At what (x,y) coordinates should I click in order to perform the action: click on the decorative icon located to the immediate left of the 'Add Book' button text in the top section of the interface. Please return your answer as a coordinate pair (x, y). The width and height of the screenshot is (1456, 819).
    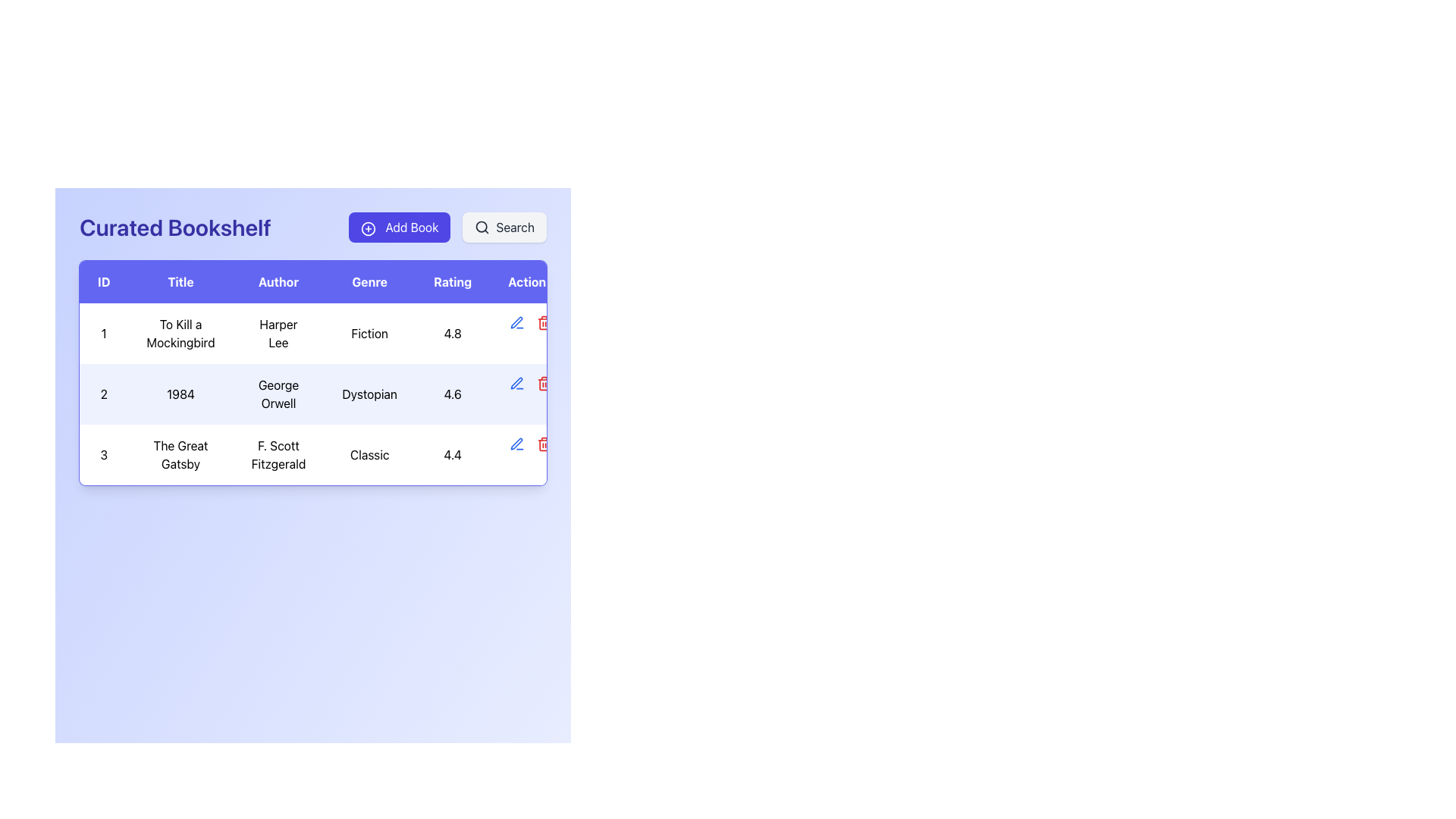
    Looking at the image, I should click on (369, 228).